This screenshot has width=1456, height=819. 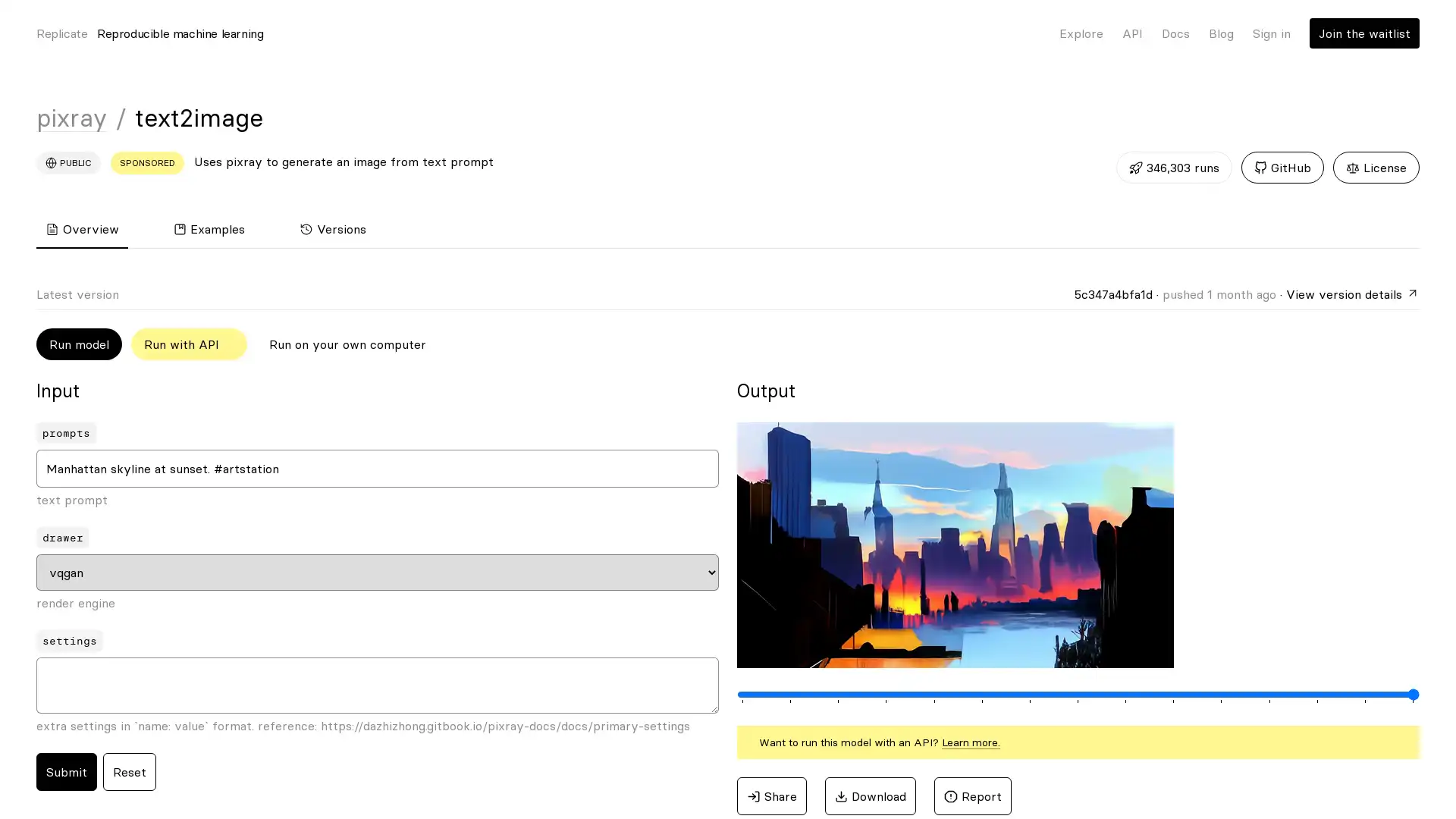 What do you see at coordinates (65, 772) in the screenshot?
I see `Submit` at bounding box center [65, 772].